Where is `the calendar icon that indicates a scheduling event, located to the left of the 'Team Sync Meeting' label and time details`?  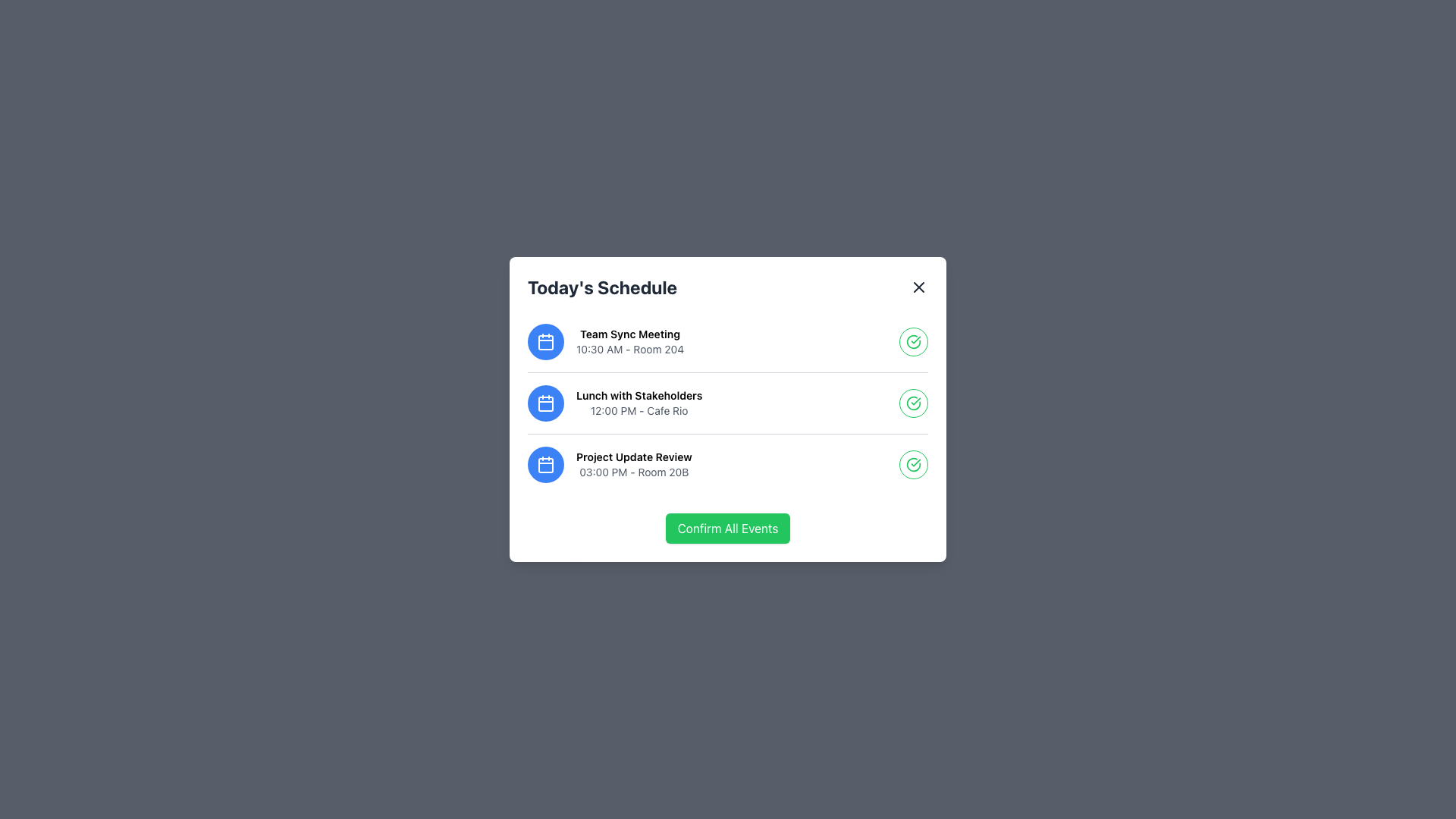 the calendar icon that indicates a scheduling event, located to the left of the 'Team Sync Meeting' label and time details is located at coordinates (546, 342).